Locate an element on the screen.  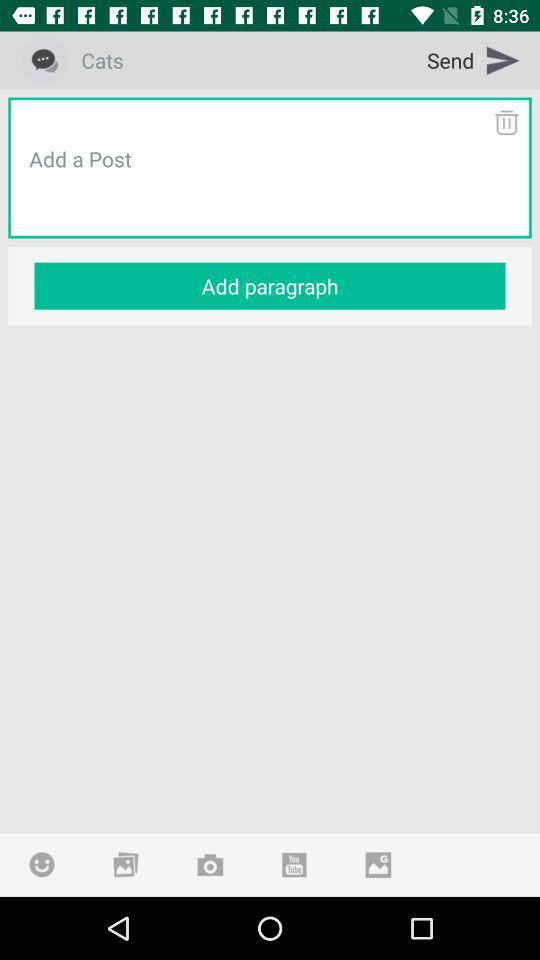
open camera is located at coordinates (209, 863).